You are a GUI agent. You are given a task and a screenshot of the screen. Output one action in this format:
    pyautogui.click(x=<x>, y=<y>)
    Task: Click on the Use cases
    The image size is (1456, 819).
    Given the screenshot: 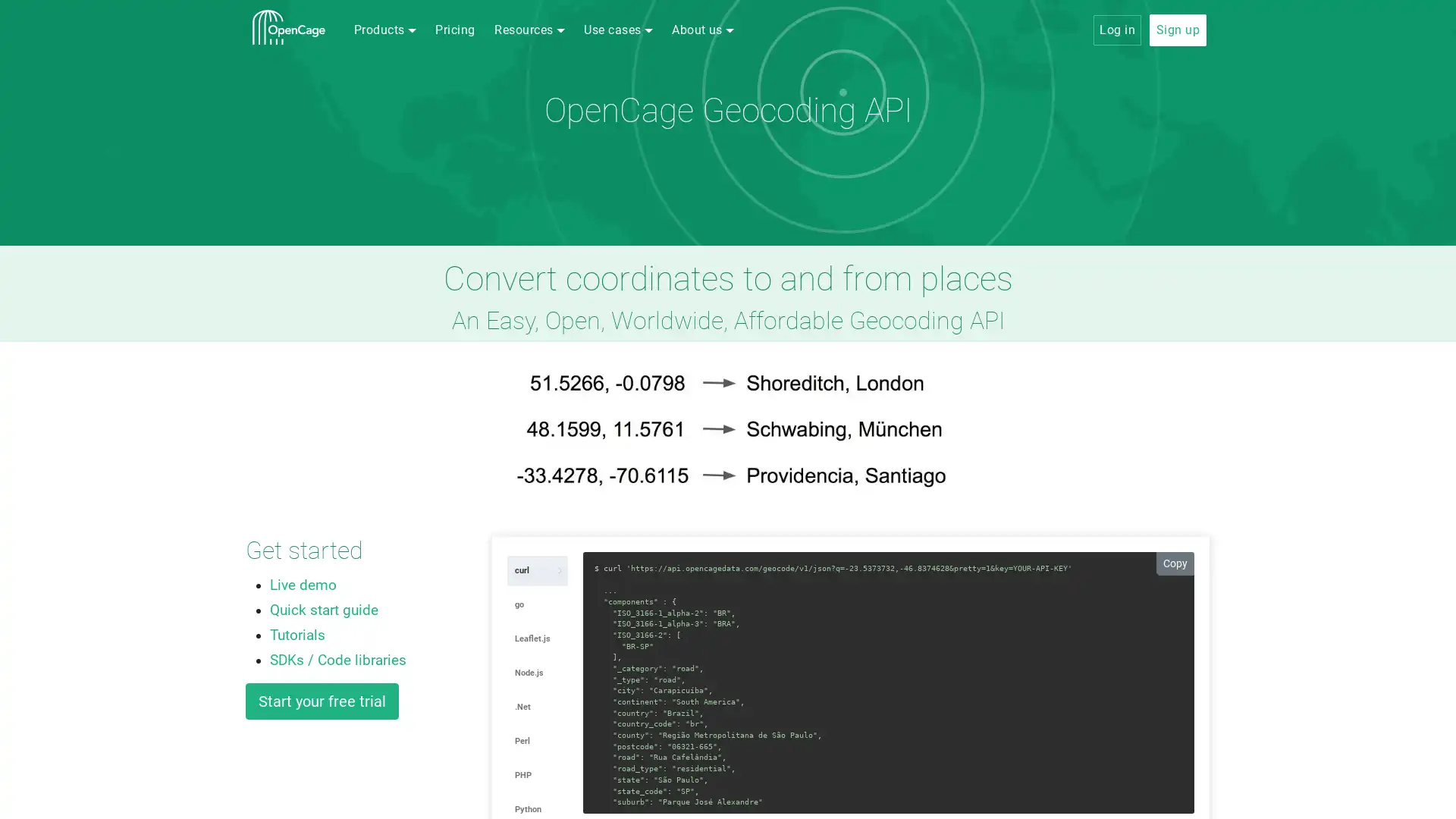 What is the action you would take?
    pyautogui.click(x=618, y=30)
    